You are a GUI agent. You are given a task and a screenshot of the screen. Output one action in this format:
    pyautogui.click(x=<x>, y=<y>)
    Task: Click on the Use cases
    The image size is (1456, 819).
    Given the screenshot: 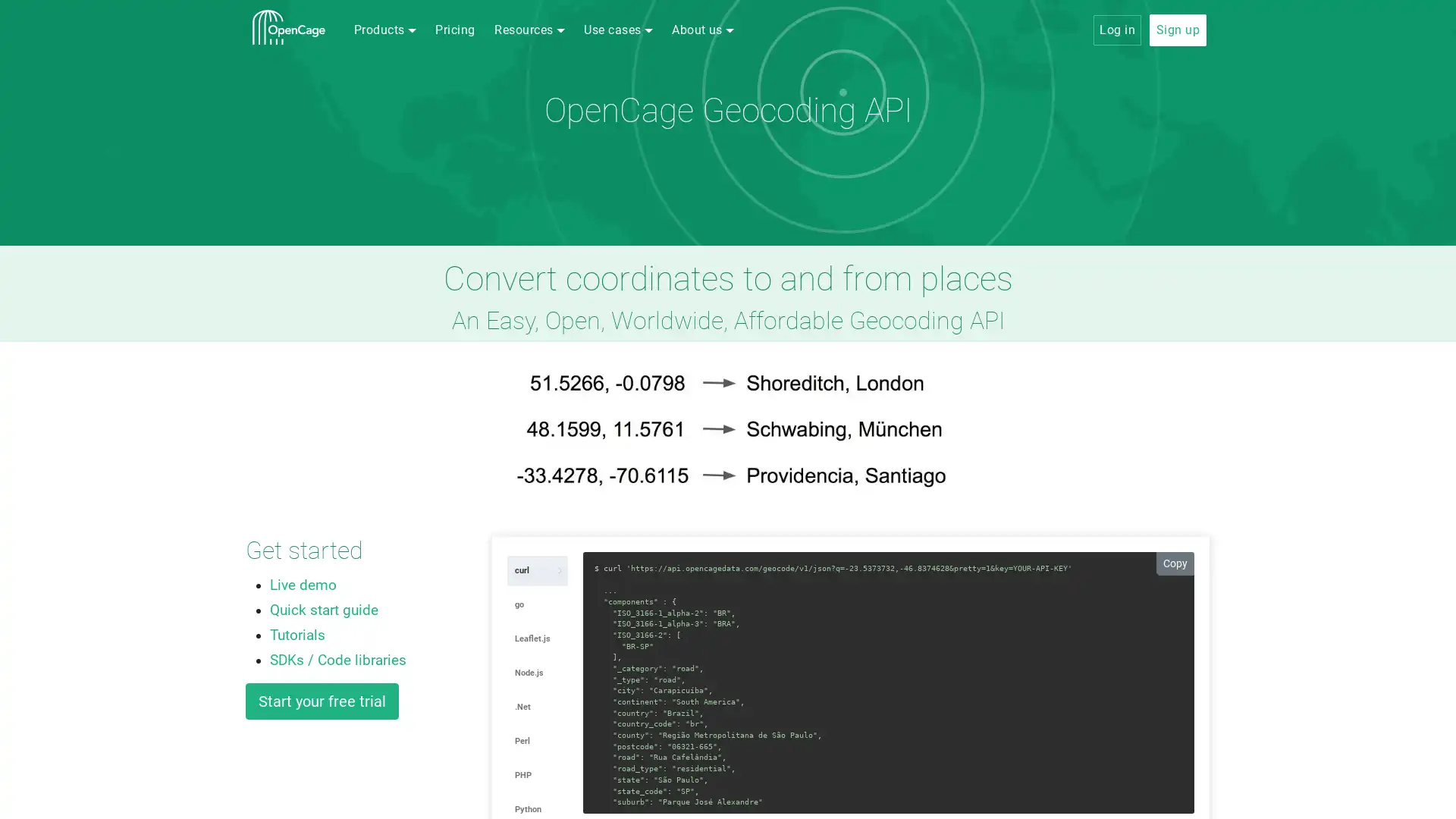 What is the action you would take?
    pyautogui.click(x=618, y=30)
    